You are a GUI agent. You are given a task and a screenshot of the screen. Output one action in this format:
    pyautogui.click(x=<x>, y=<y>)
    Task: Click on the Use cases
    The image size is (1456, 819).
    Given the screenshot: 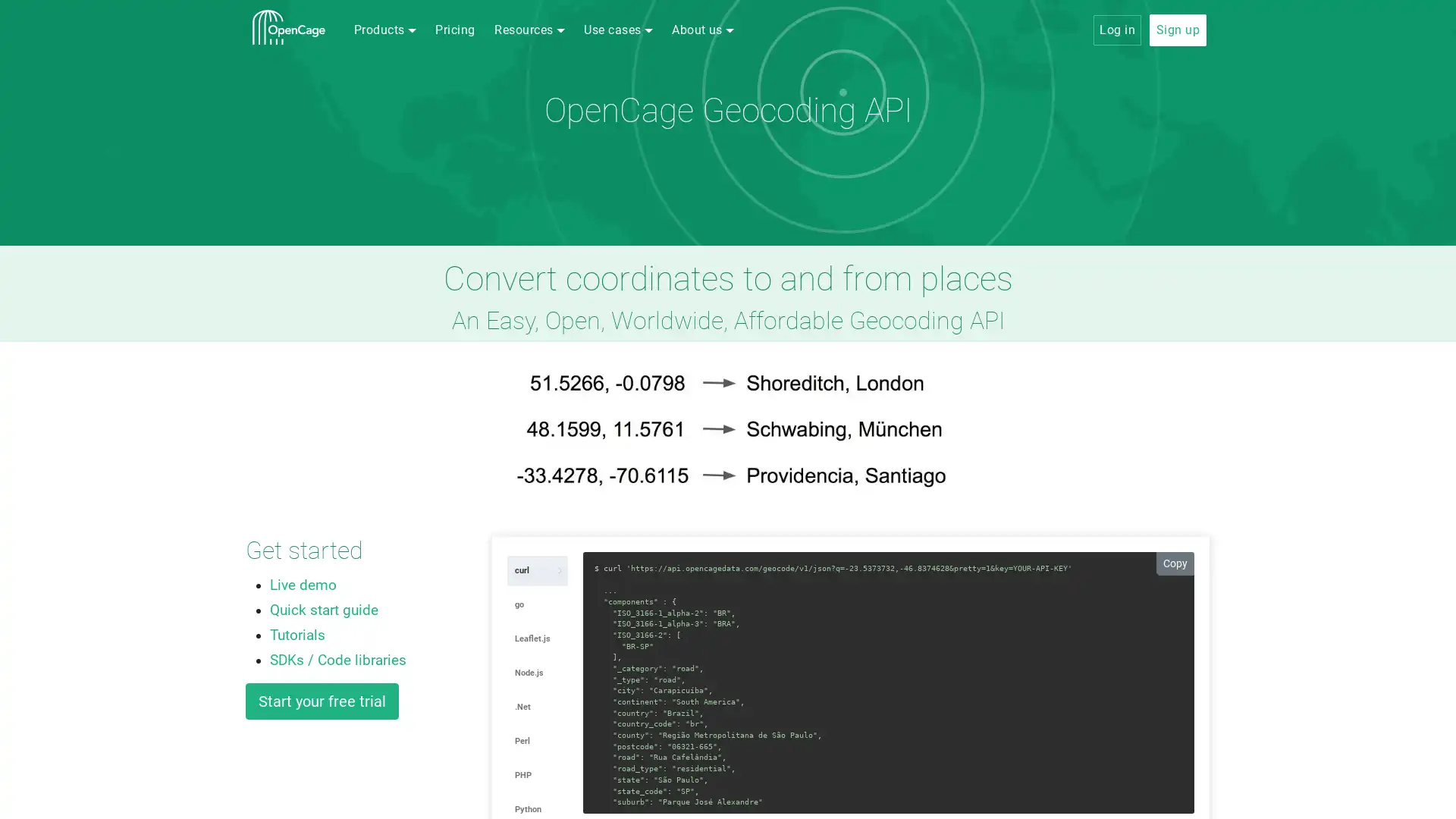 What is the action you would take?
    pyautogui.click(x=618, y=30)
    